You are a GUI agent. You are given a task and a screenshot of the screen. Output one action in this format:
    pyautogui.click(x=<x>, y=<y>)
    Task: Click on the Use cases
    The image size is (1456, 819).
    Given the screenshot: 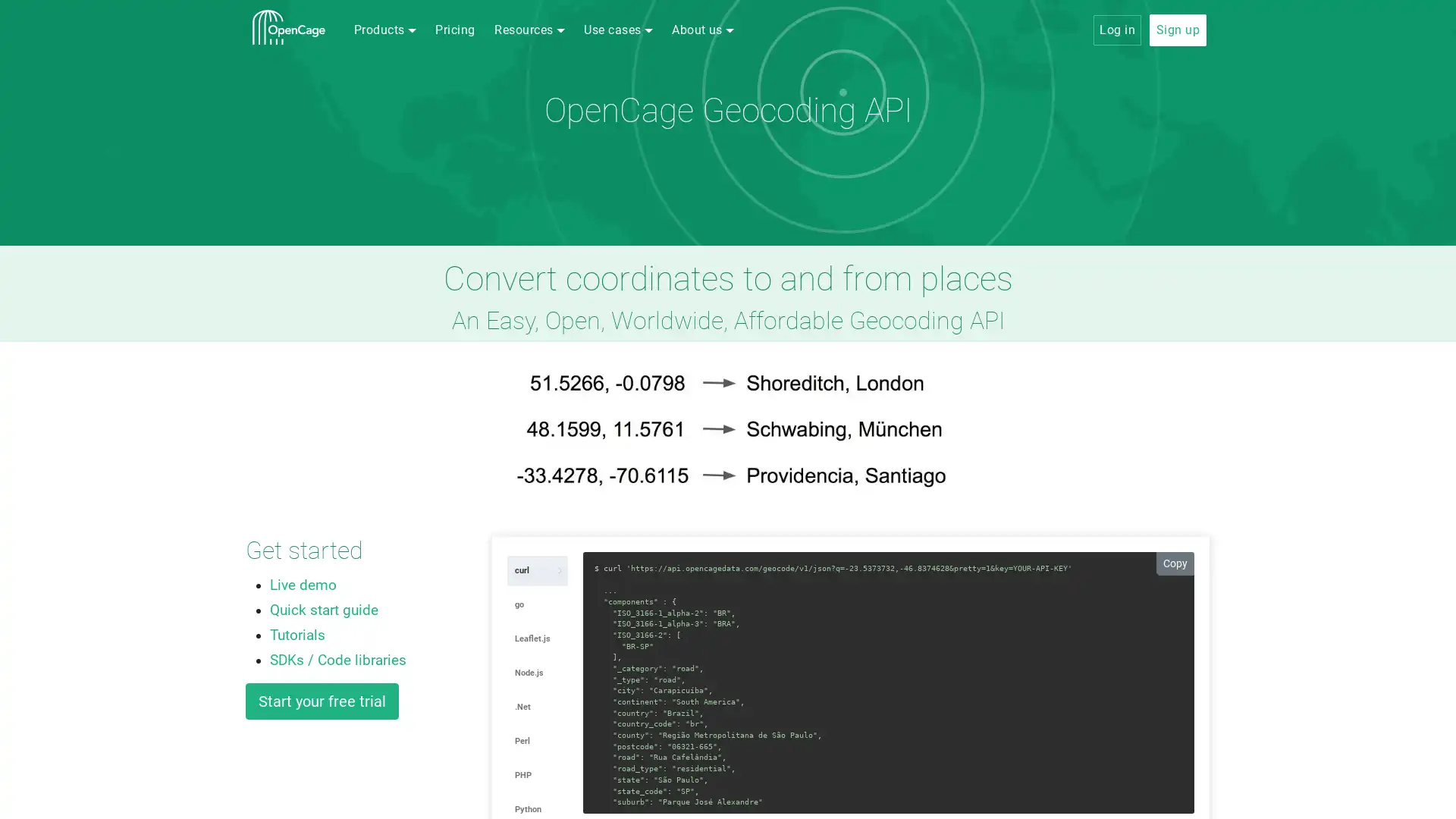 What is the action you would take?
    pyautogui.click(x=618, y=30)
    